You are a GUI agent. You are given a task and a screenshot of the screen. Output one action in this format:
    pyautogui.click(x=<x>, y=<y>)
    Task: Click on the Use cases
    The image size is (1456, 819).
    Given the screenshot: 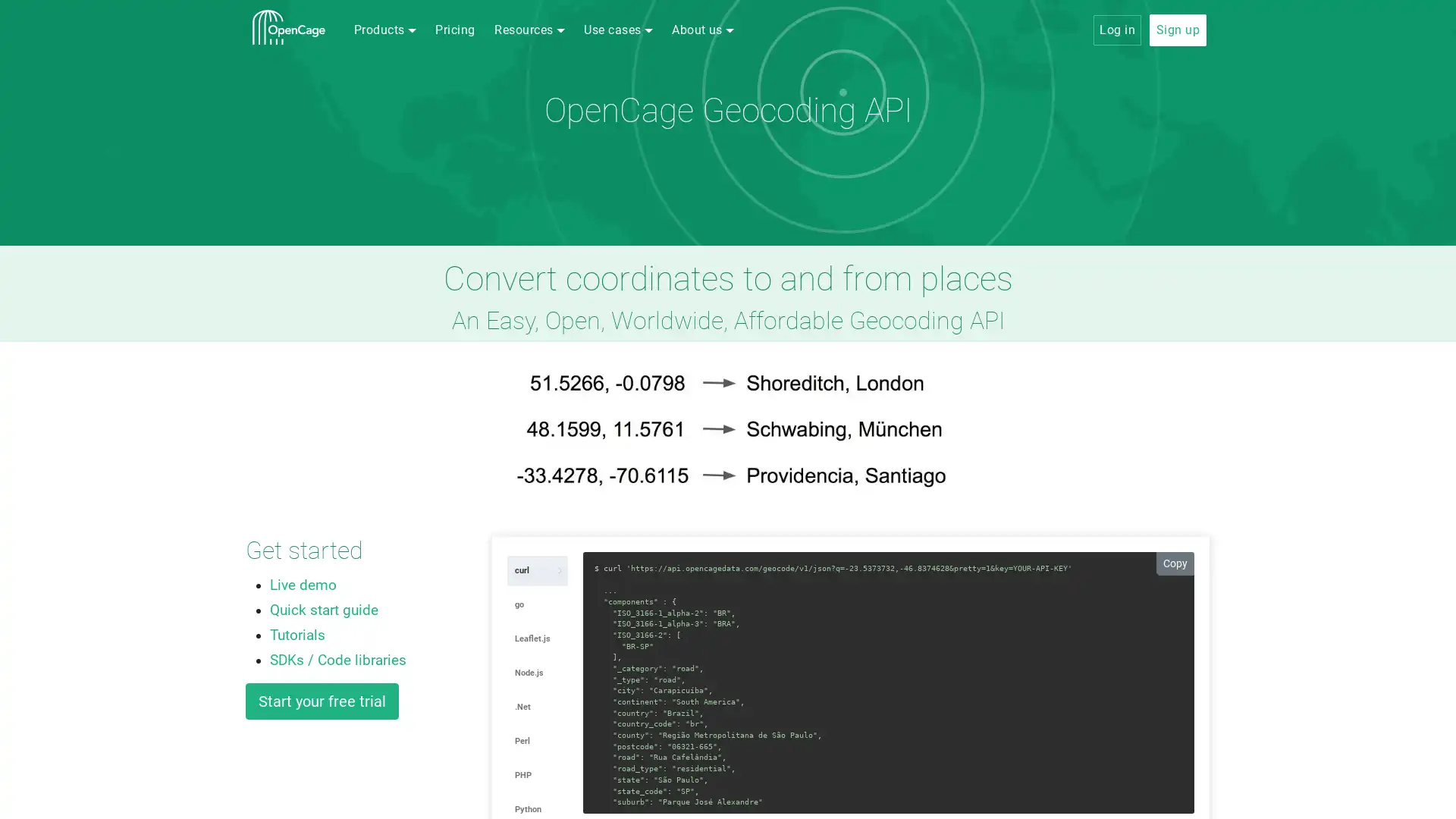 What is the action you would take?
    pyautogui.click(x=618, y=30)
    